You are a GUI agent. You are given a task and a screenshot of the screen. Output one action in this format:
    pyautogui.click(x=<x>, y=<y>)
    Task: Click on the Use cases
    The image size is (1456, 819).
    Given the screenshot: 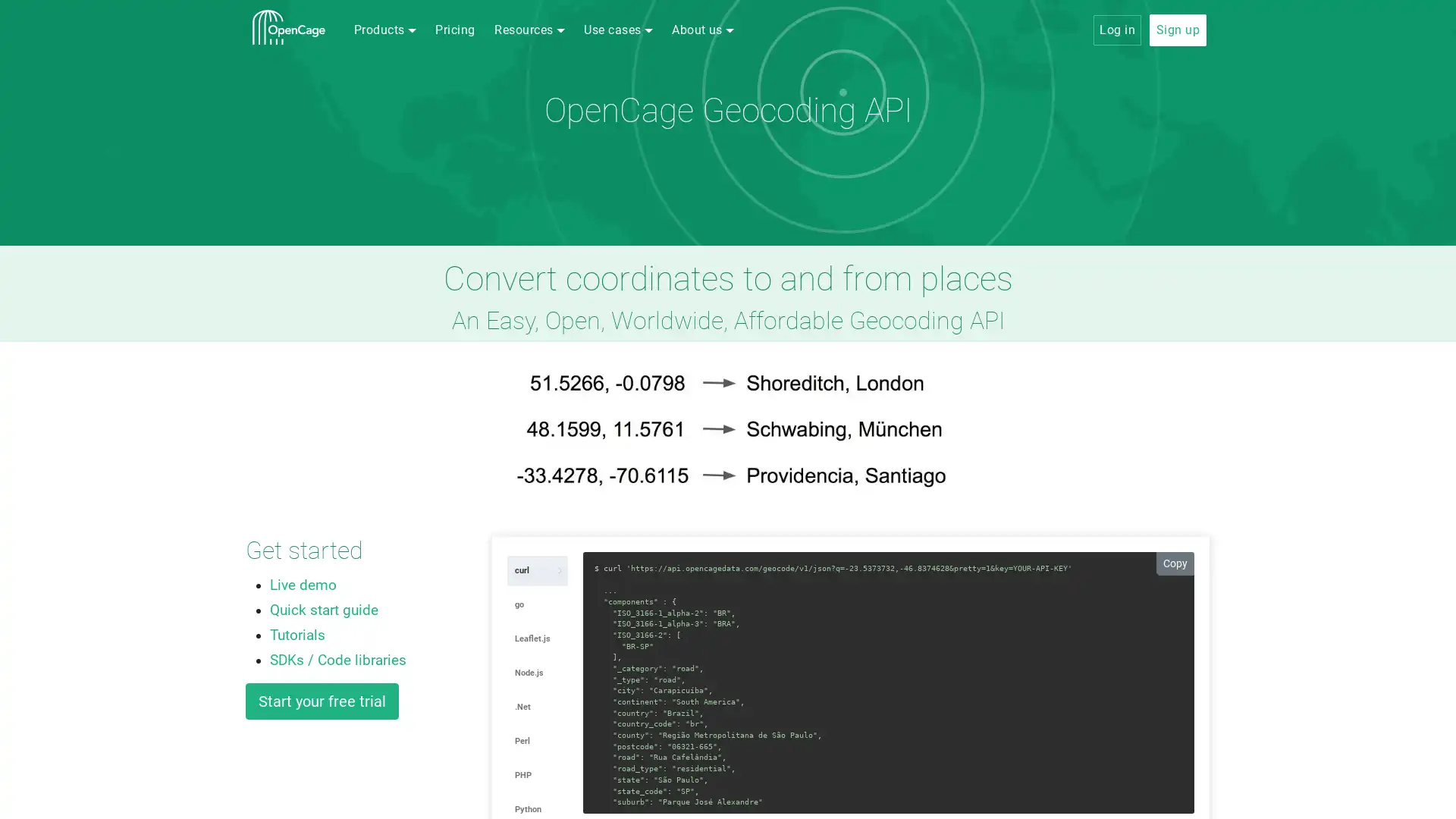 What is the action you would take?
    pyautogui.click(x=618, y=30)
    